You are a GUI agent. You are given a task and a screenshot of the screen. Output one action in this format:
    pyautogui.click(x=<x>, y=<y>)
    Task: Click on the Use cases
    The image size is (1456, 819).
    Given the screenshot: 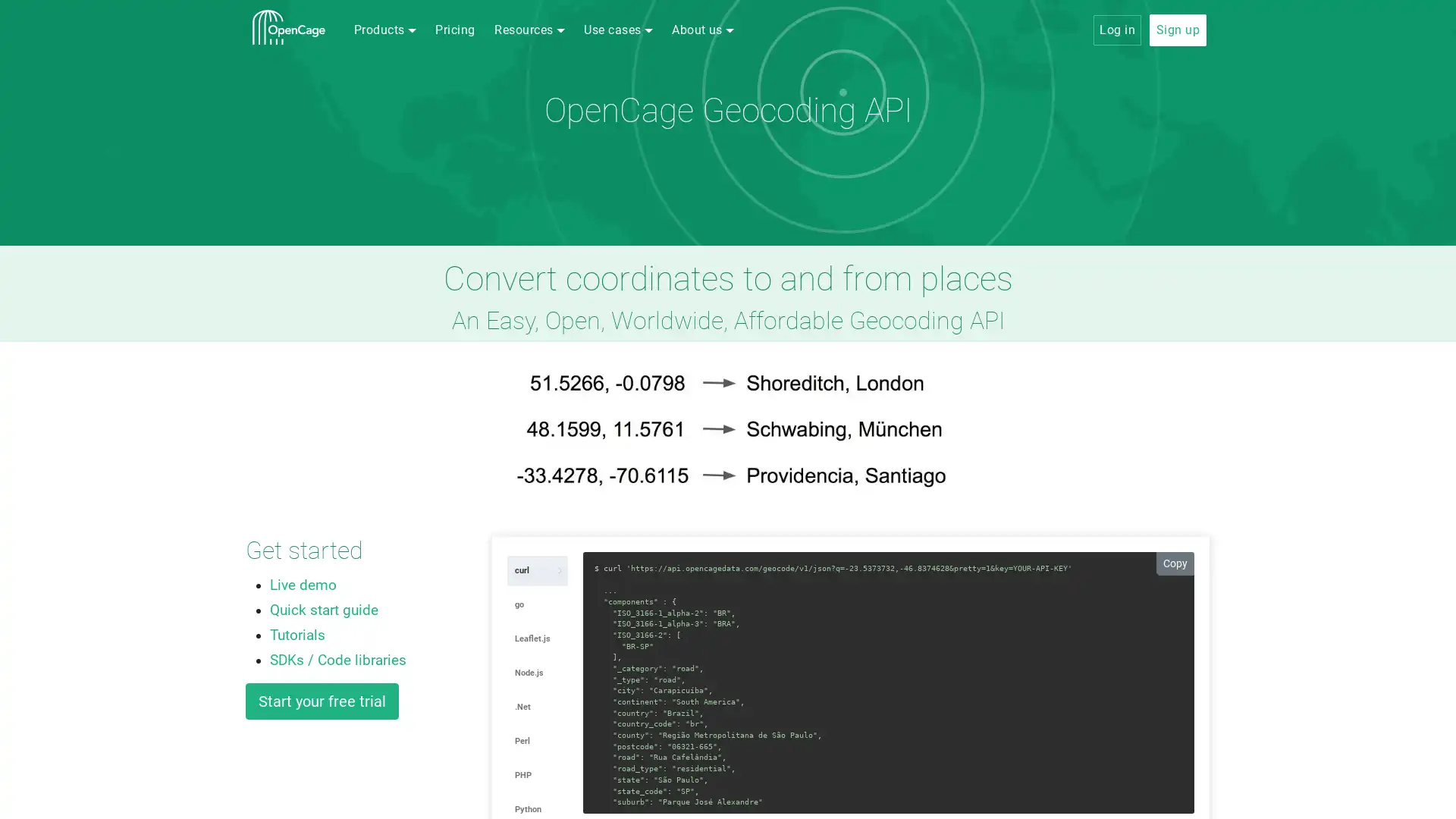 What is the action you would take?
    pyautogui.click(x=618, y=30)
    